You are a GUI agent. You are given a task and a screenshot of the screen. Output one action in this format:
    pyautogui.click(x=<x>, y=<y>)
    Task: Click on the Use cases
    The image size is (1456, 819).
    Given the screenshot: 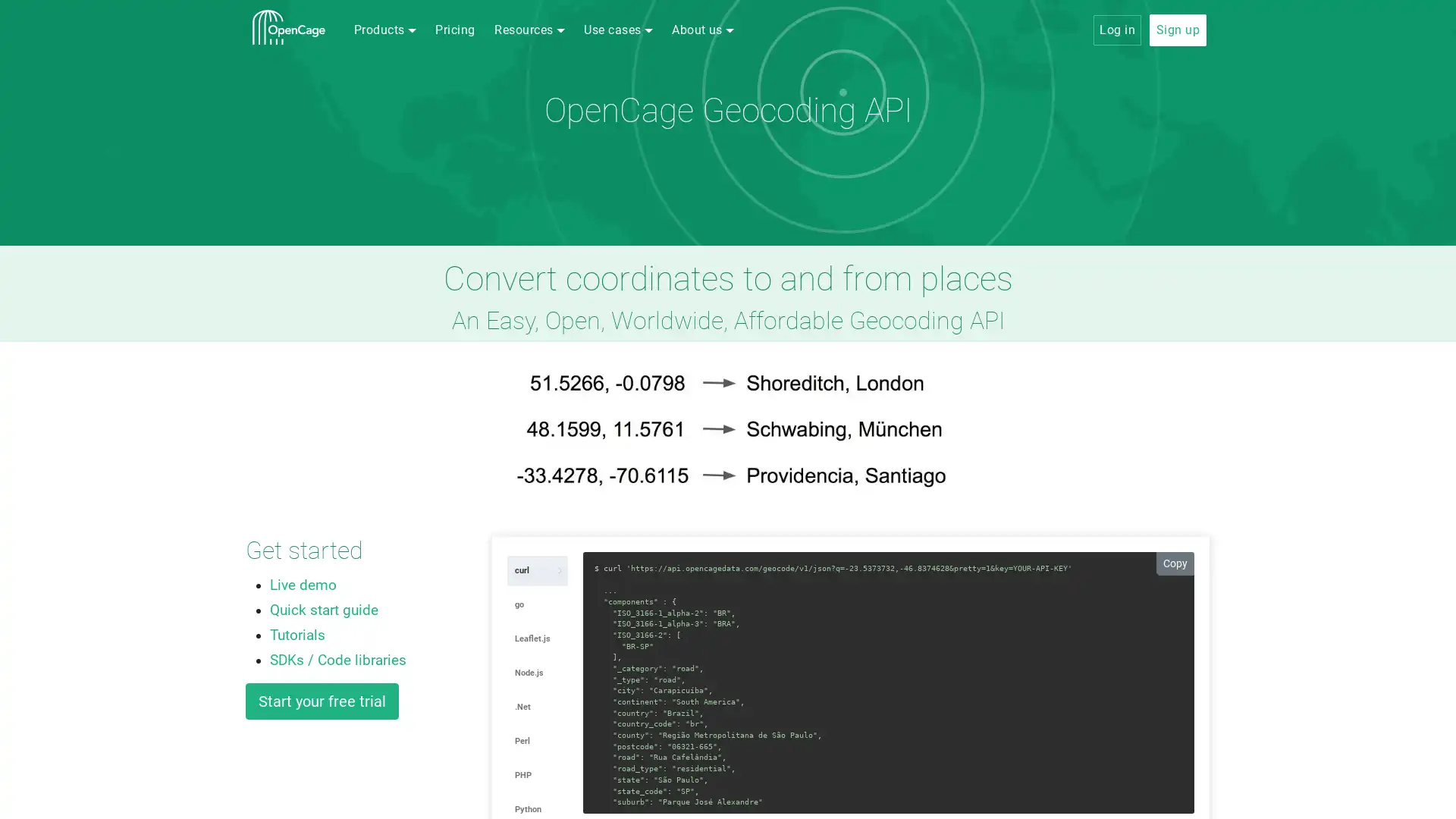 What is the action you would take?
    pyautogui.click(x=618, y=30)
    